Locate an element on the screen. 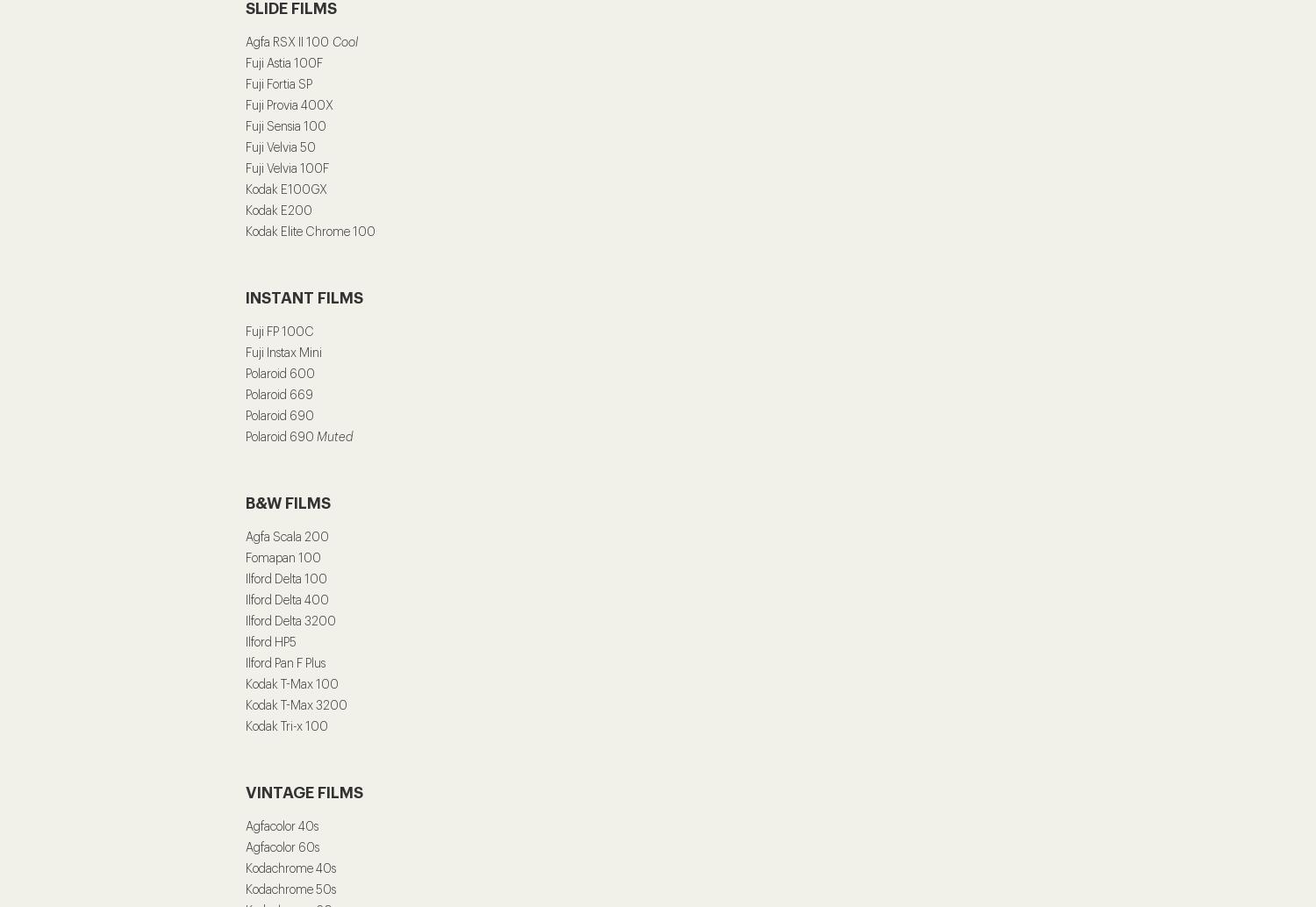 The image size is (1316, 907). 'Kodak T-Max 100' is located at coordinates (291, 683).